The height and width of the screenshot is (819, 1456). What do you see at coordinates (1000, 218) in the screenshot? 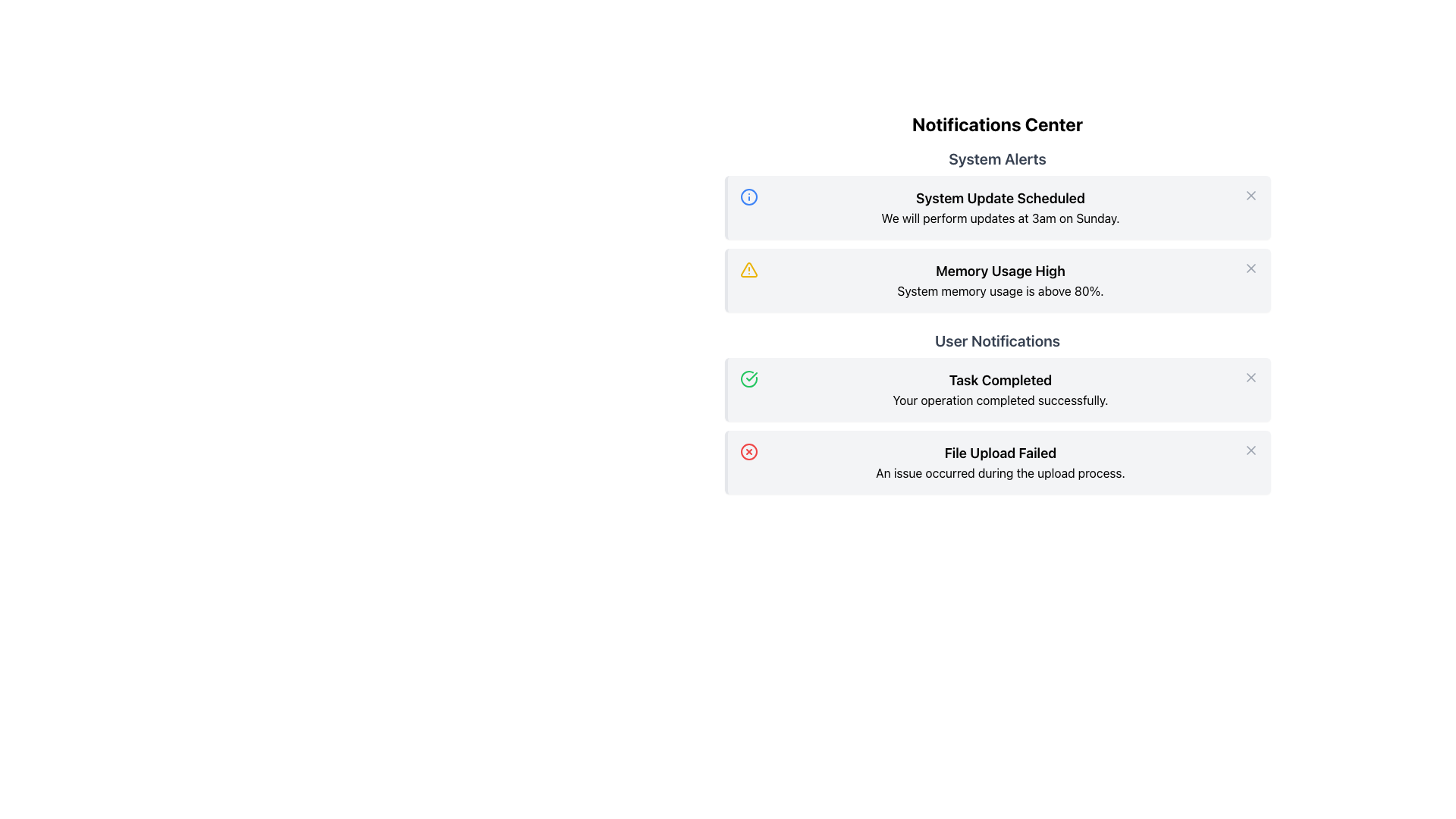
I see `the static text displaying 'We will perform updates at 3am on Sunday.' located in the notification titled 'System Update Scheduled'` at bounding box center [1000, 218].